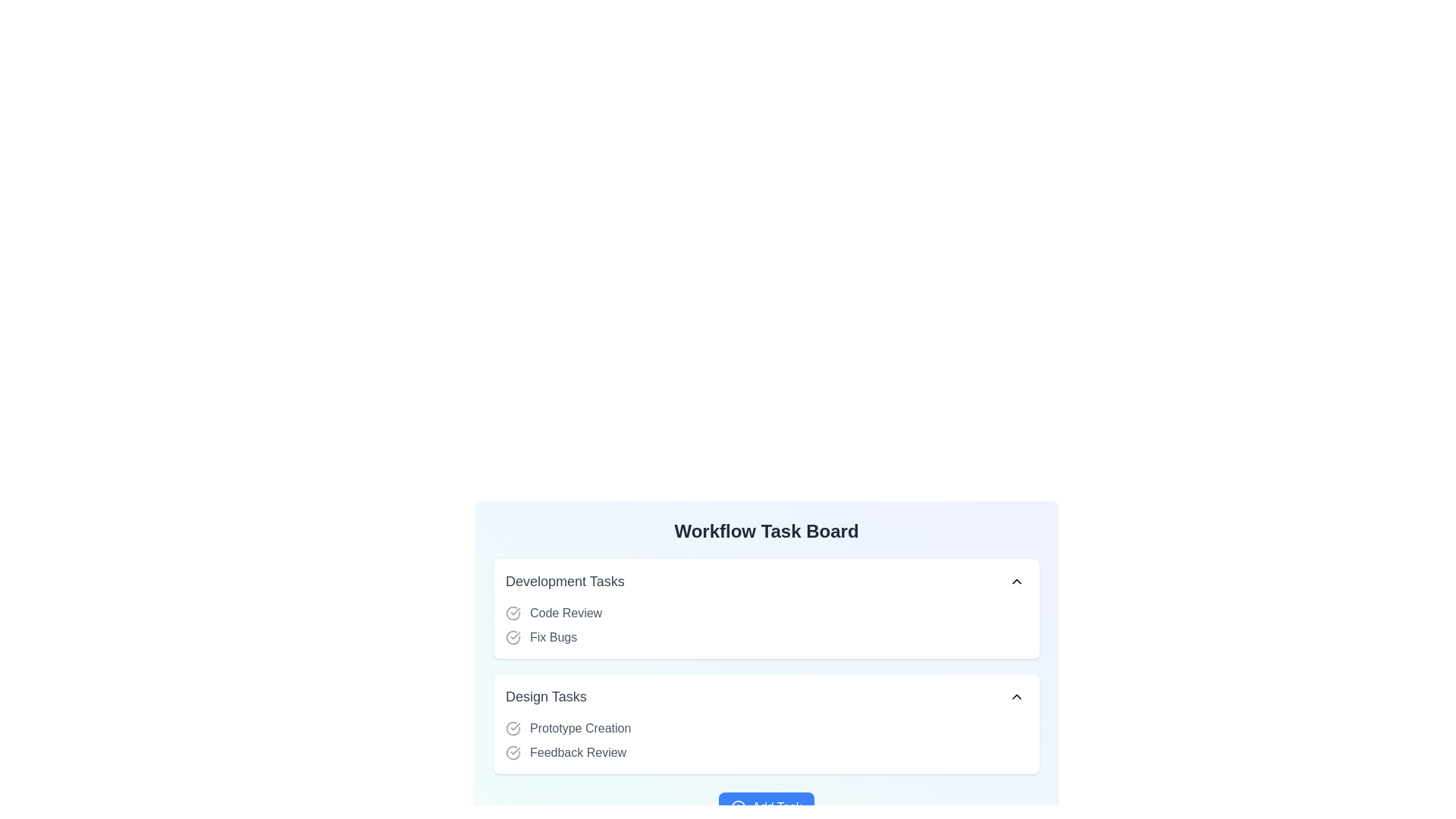  I want to click on the SVG Circle element, which is the central part of the 'Add Task' button located at the bottom edge of the task board display, so click(739, 806).